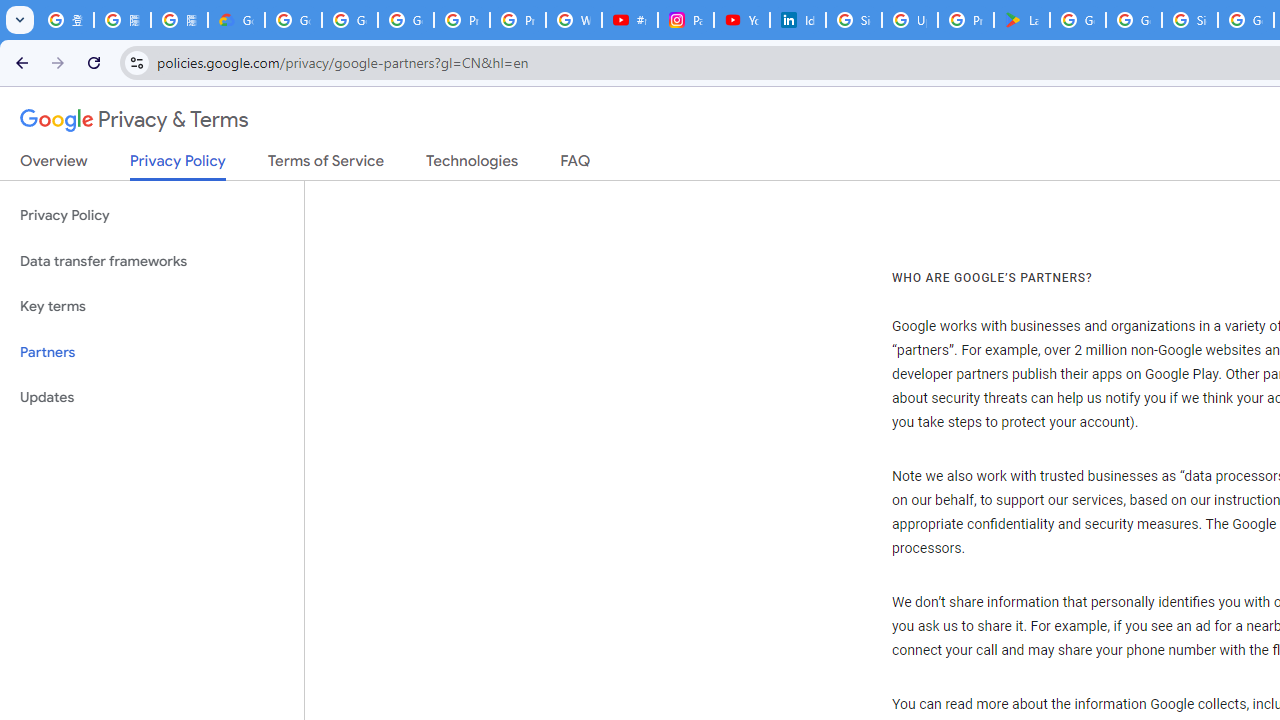  Describe the element at coordinates (151, 306) in the screenshot. I see `'Key terms'` at that location.